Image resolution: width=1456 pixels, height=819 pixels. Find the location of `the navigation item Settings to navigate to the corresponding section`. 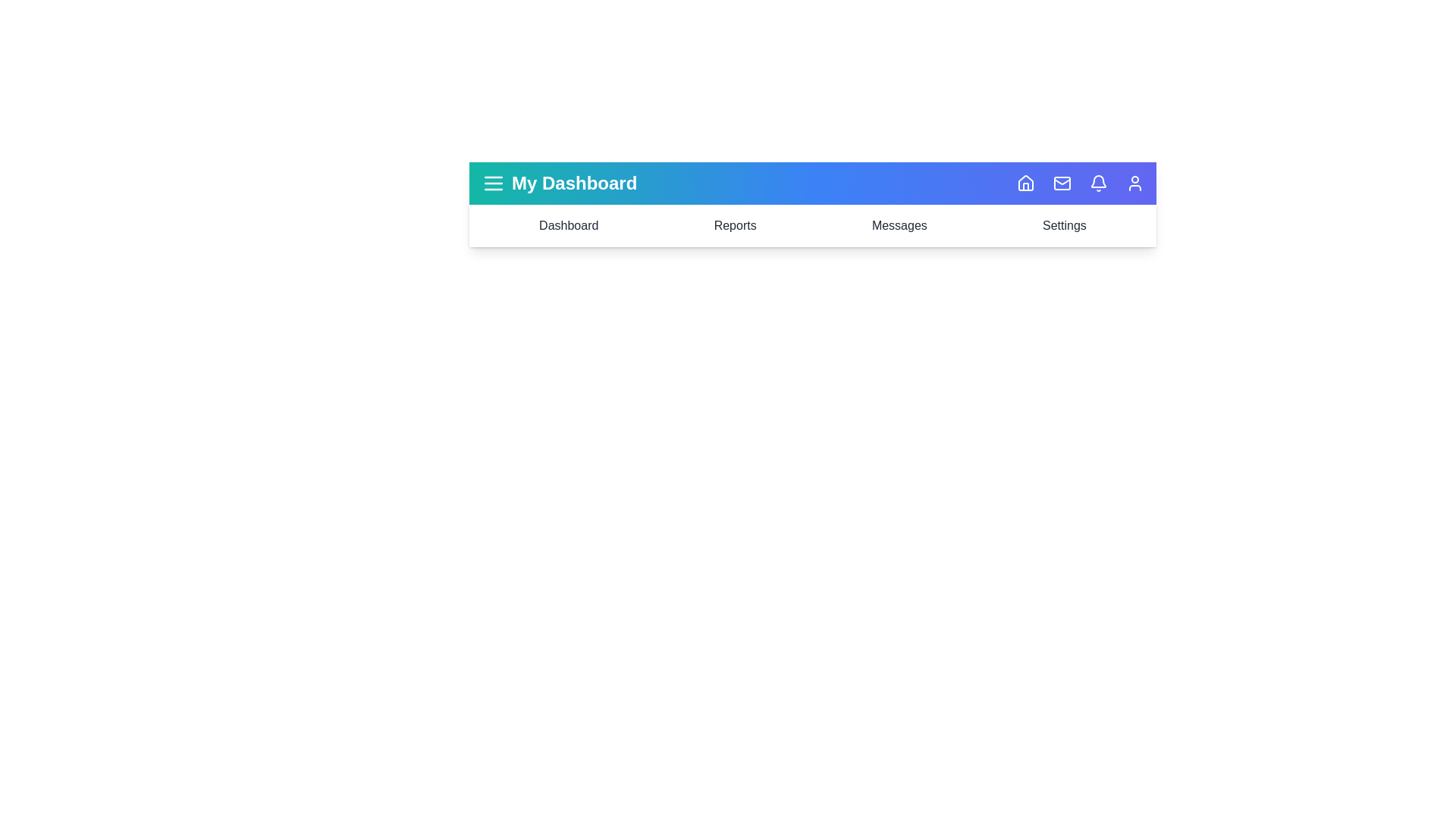

the navigation item Settings to navigate to the corresponding section is located at coordinates (1063, 225).